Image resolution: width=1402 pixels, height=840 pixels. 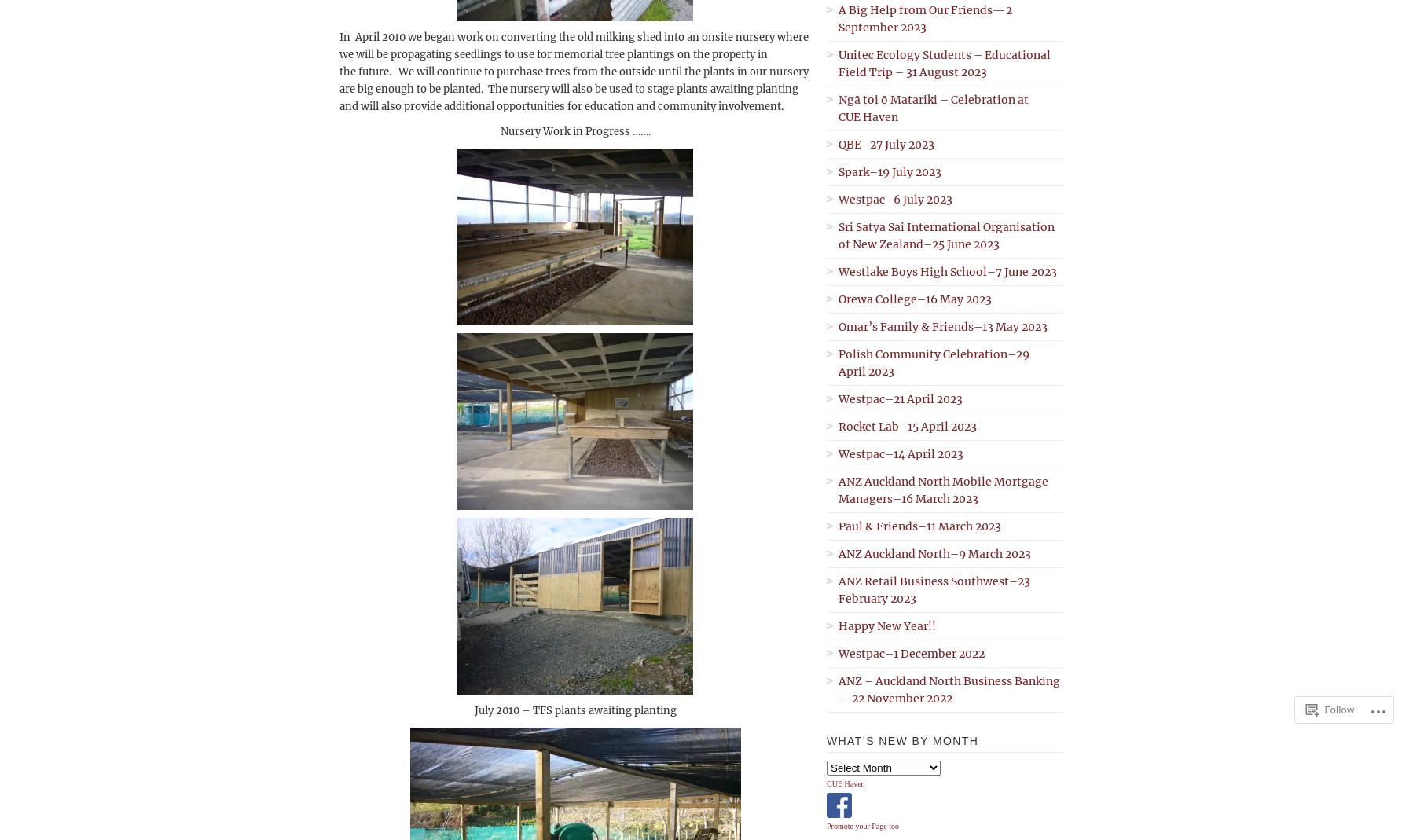 I want to click on 'Follow', so click(x=1338, y=709).